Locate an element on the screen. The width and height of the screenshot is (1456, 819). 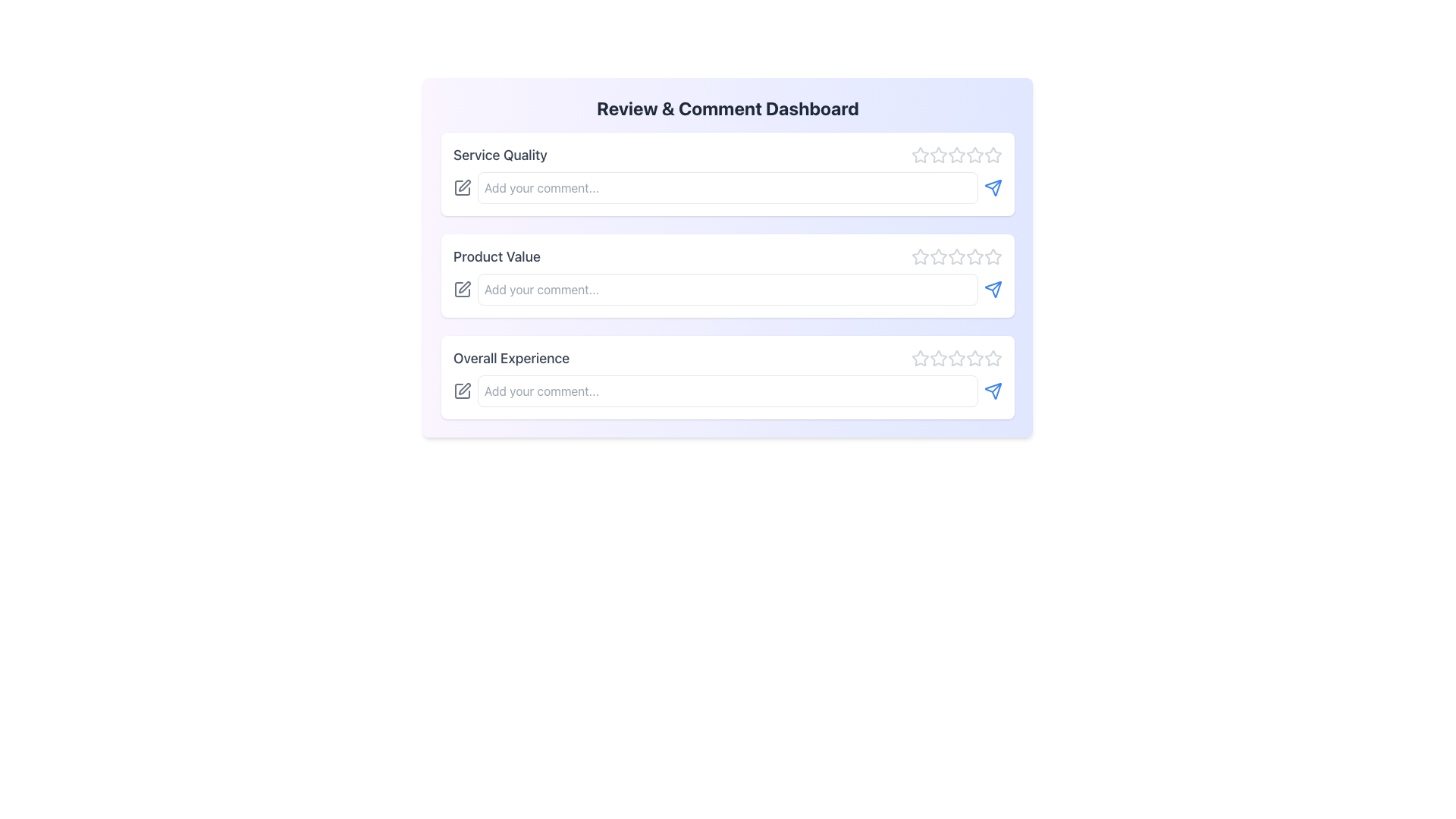
the submit button located at the far right of the 'Overall Experience' input field is located at coordinates (993, 391).